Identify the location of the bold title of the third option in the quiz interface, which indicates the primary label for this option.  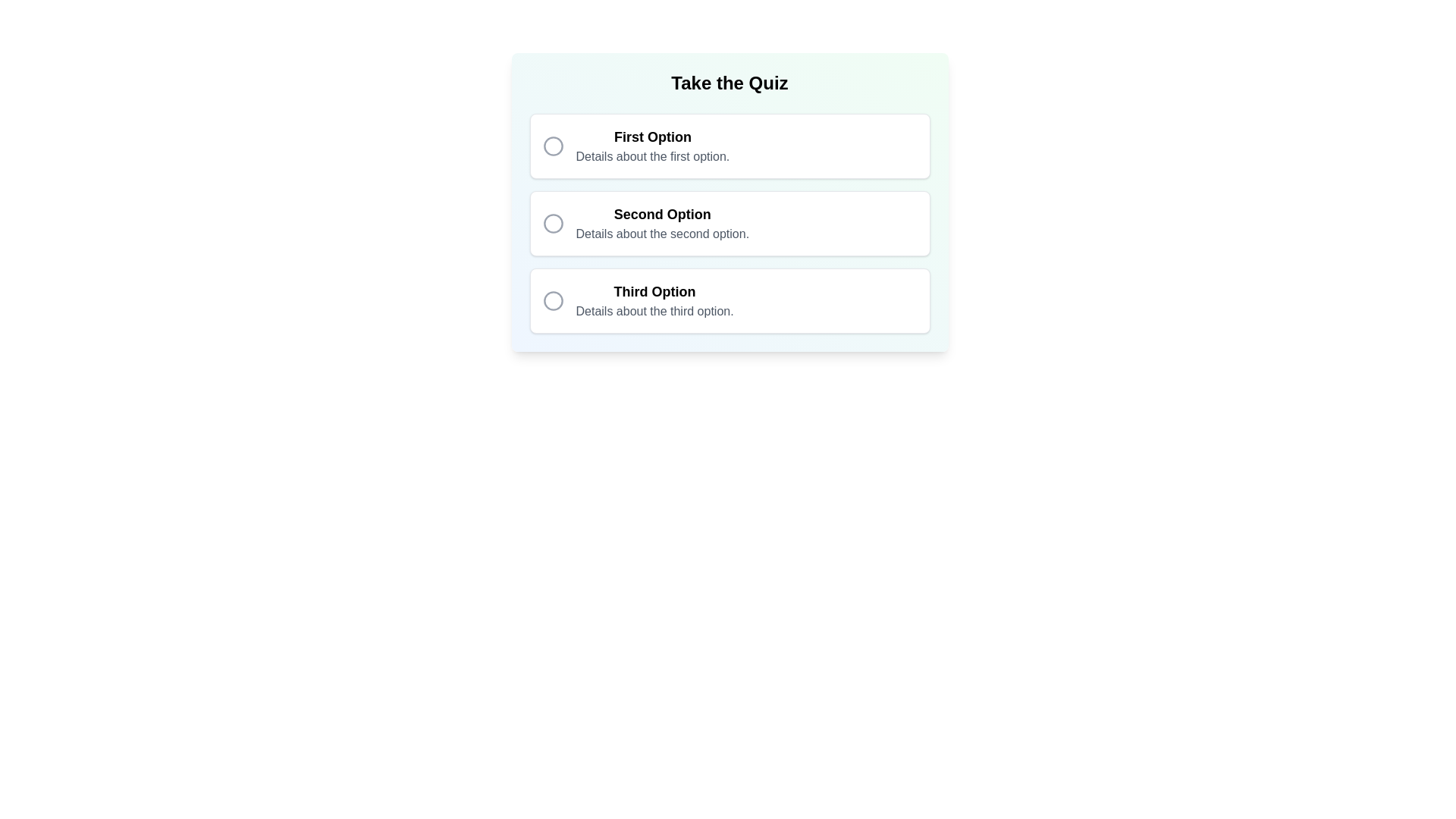
(654, 292).